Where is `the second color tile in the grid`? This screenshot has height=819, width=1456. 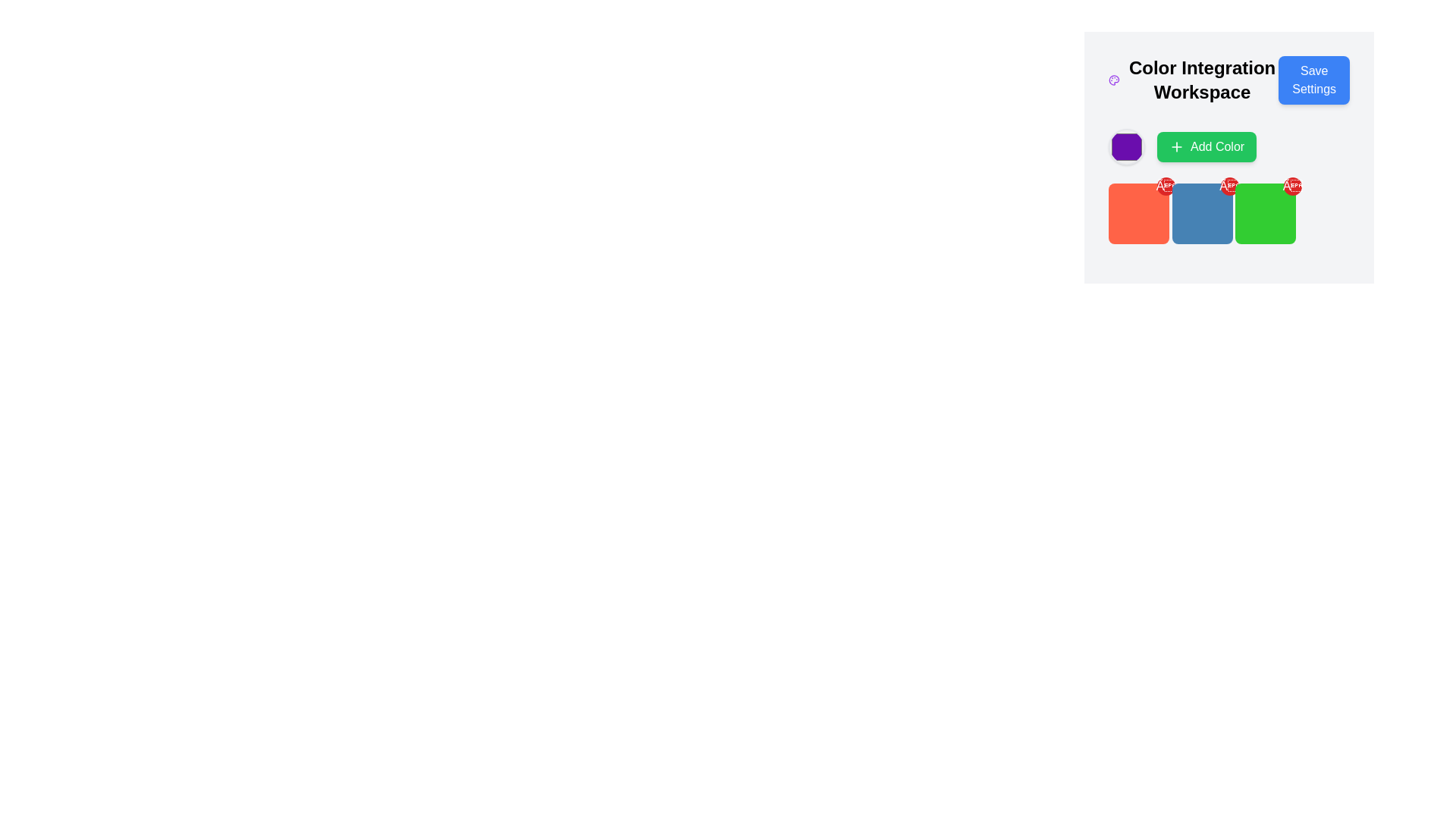
the second color tile in the grid is located at coordinates (1229, 213).